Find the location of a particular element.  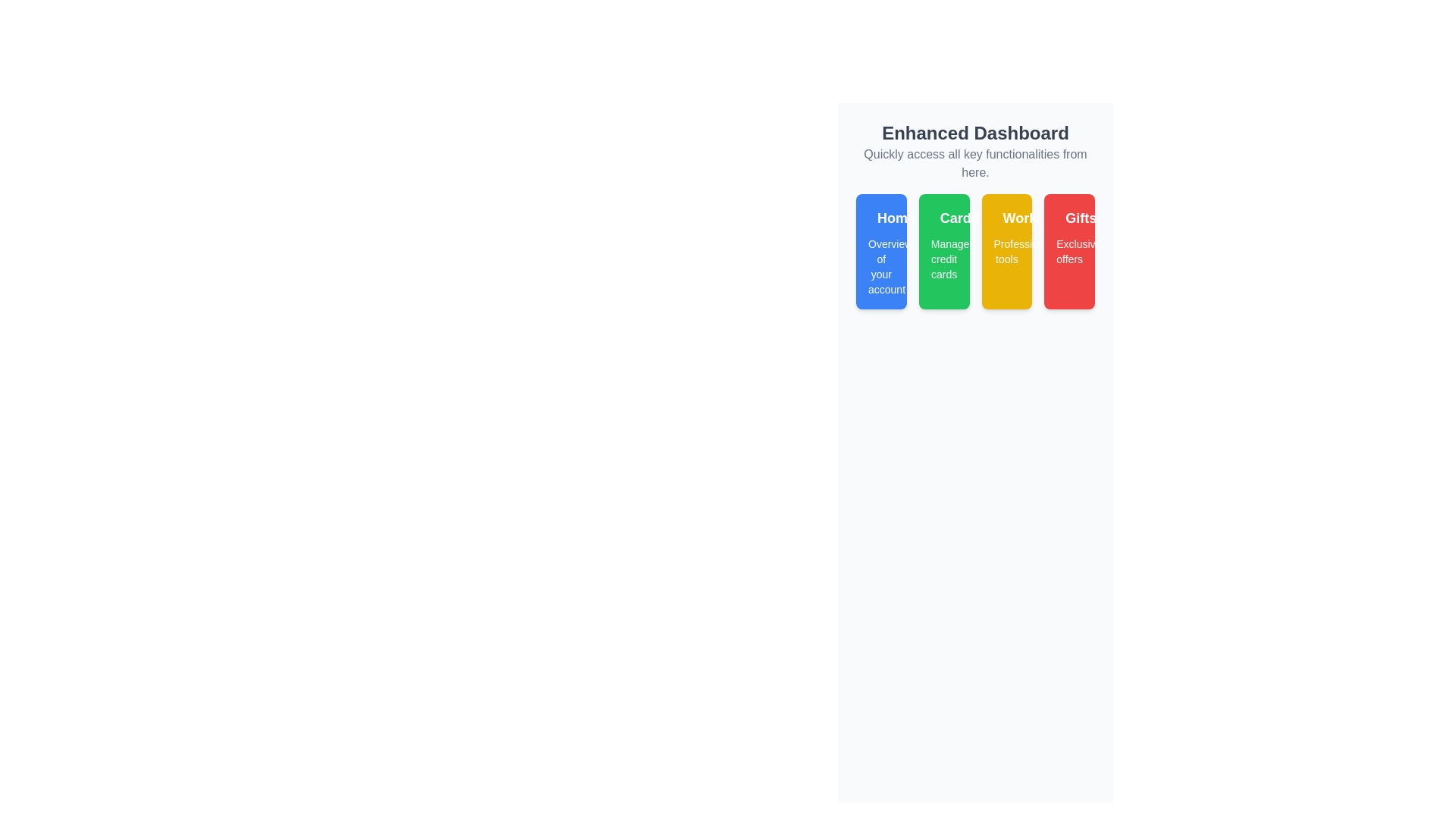

the horizontal card layout containing a house icon and bold text 'Home', which is the first card in the series under the 'Enhanced Dashboard' header is located at coordinates (881, 218).